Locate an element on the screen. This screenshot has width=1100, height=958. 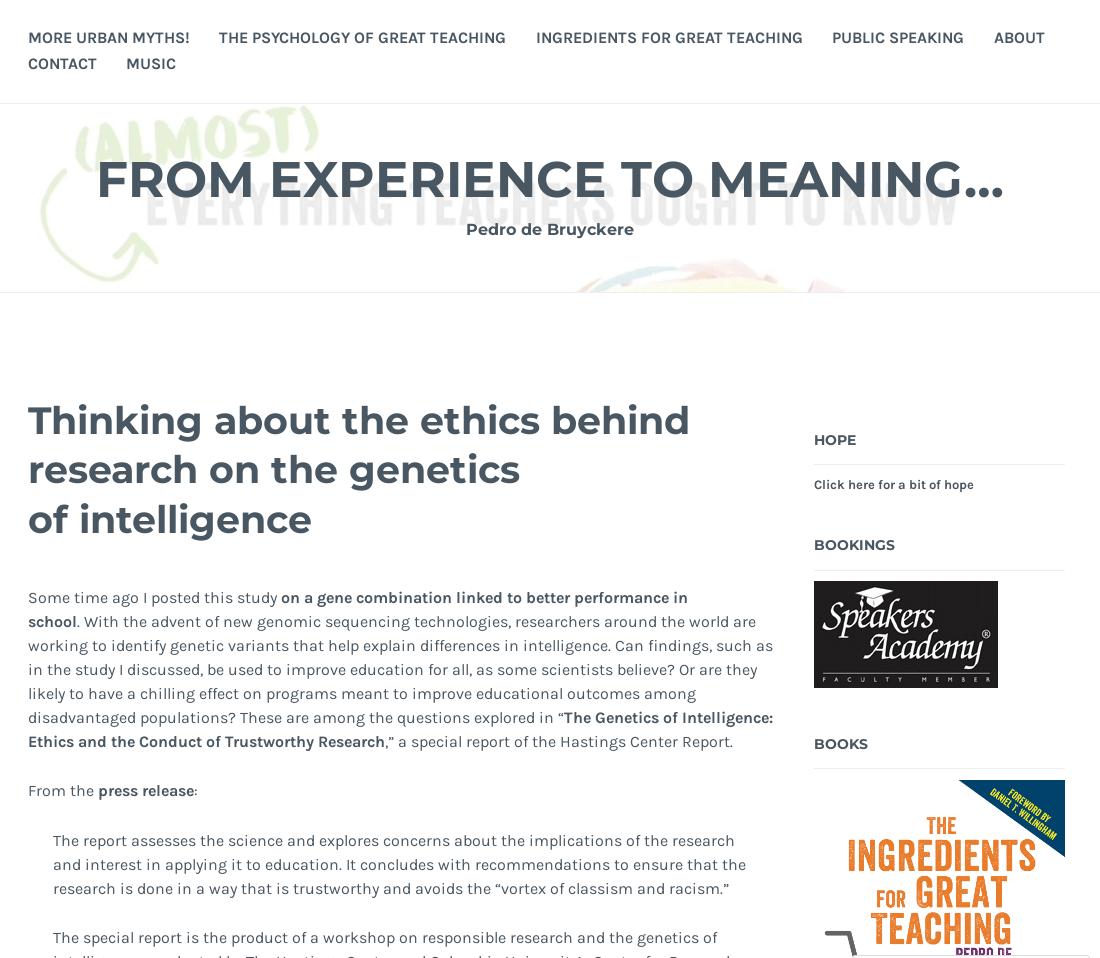
'Contact' is located at coordinates (60, 61).